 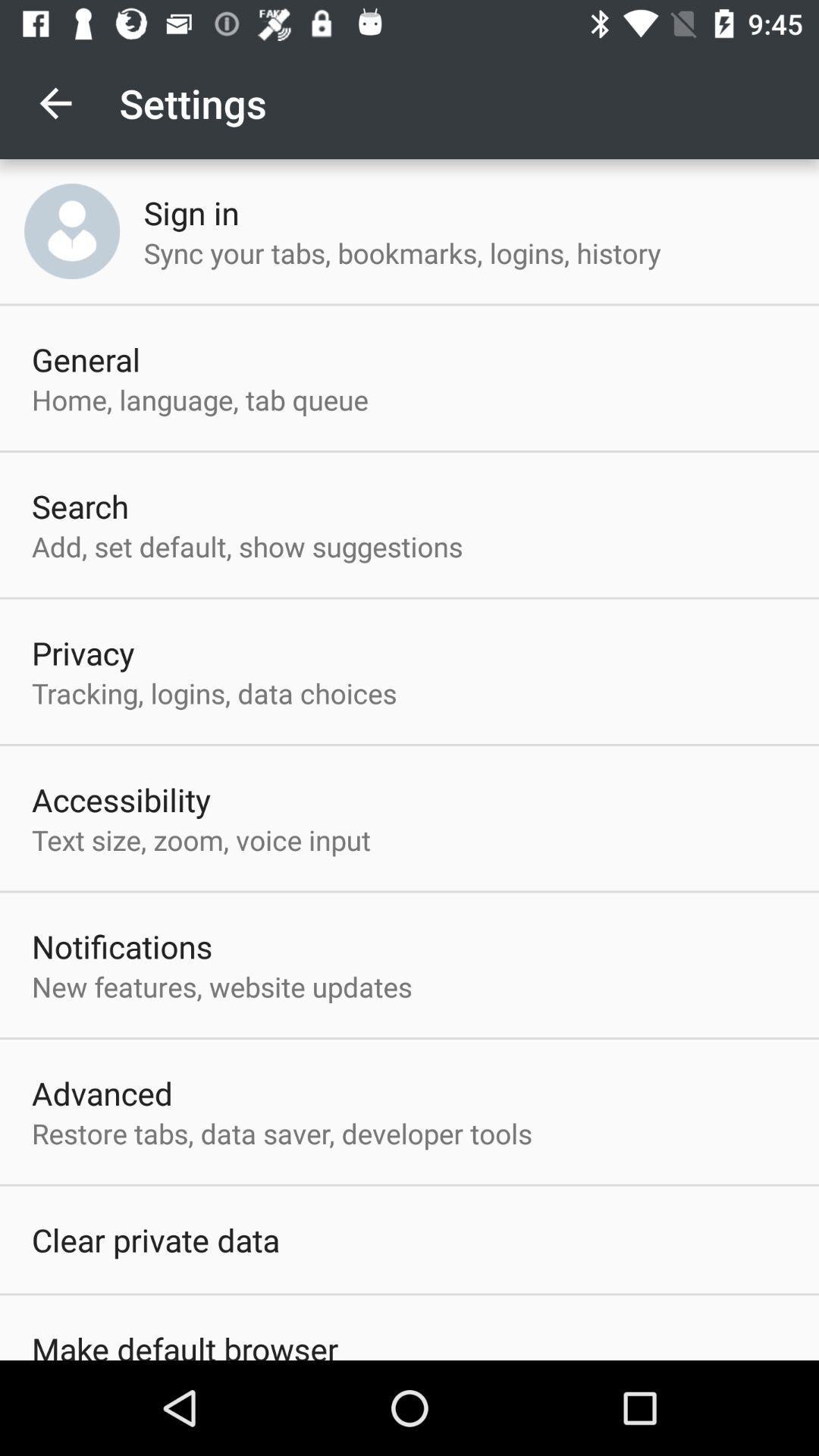 What do you see at coordinates (121, 799) in the screenshot?
I see `the icon above the text size zoom item` at bounding box center [121, 799].